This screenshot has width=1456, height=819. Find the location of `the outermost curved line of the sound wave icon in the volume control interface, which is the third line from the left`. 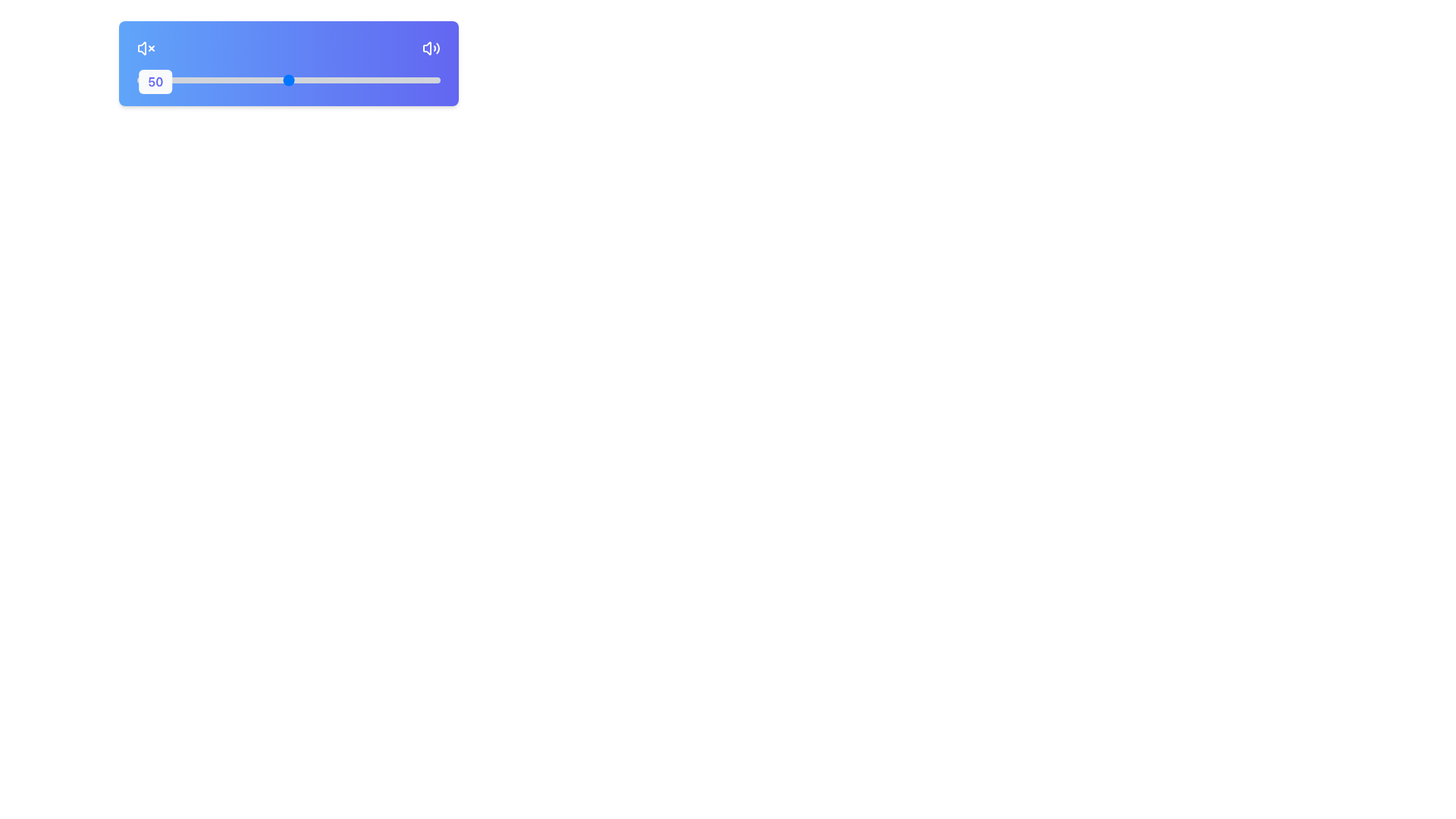

the outermost curved line of the sound wave icon in the volume control interface, which is the third line from the left is located at coordinates (437, 48).